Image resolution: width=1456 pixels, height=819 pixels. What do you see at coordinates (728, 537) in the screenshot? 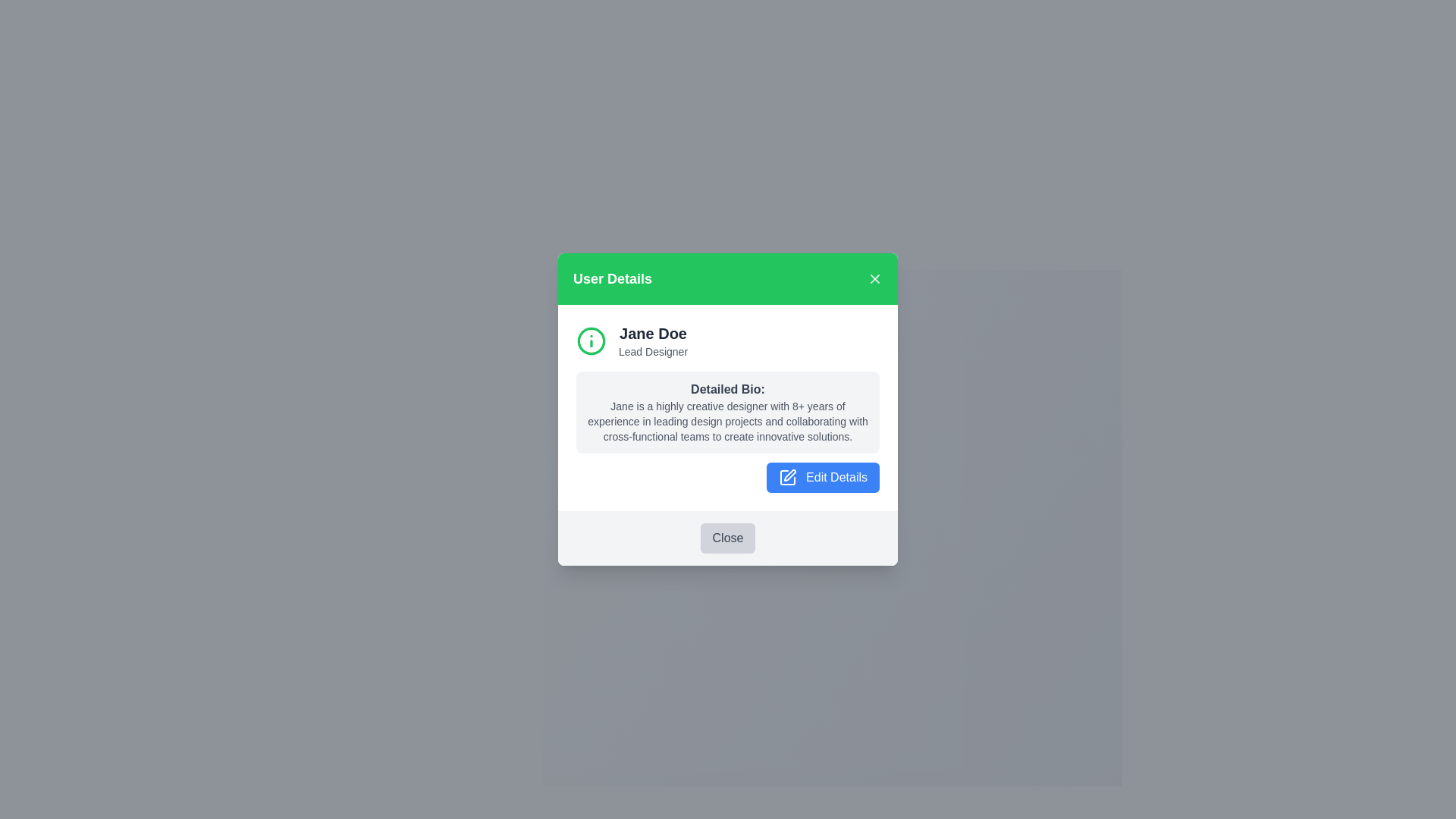
I see `the closure button for the modal dialog titled 'User Details'` at bounding box center [728, 537].